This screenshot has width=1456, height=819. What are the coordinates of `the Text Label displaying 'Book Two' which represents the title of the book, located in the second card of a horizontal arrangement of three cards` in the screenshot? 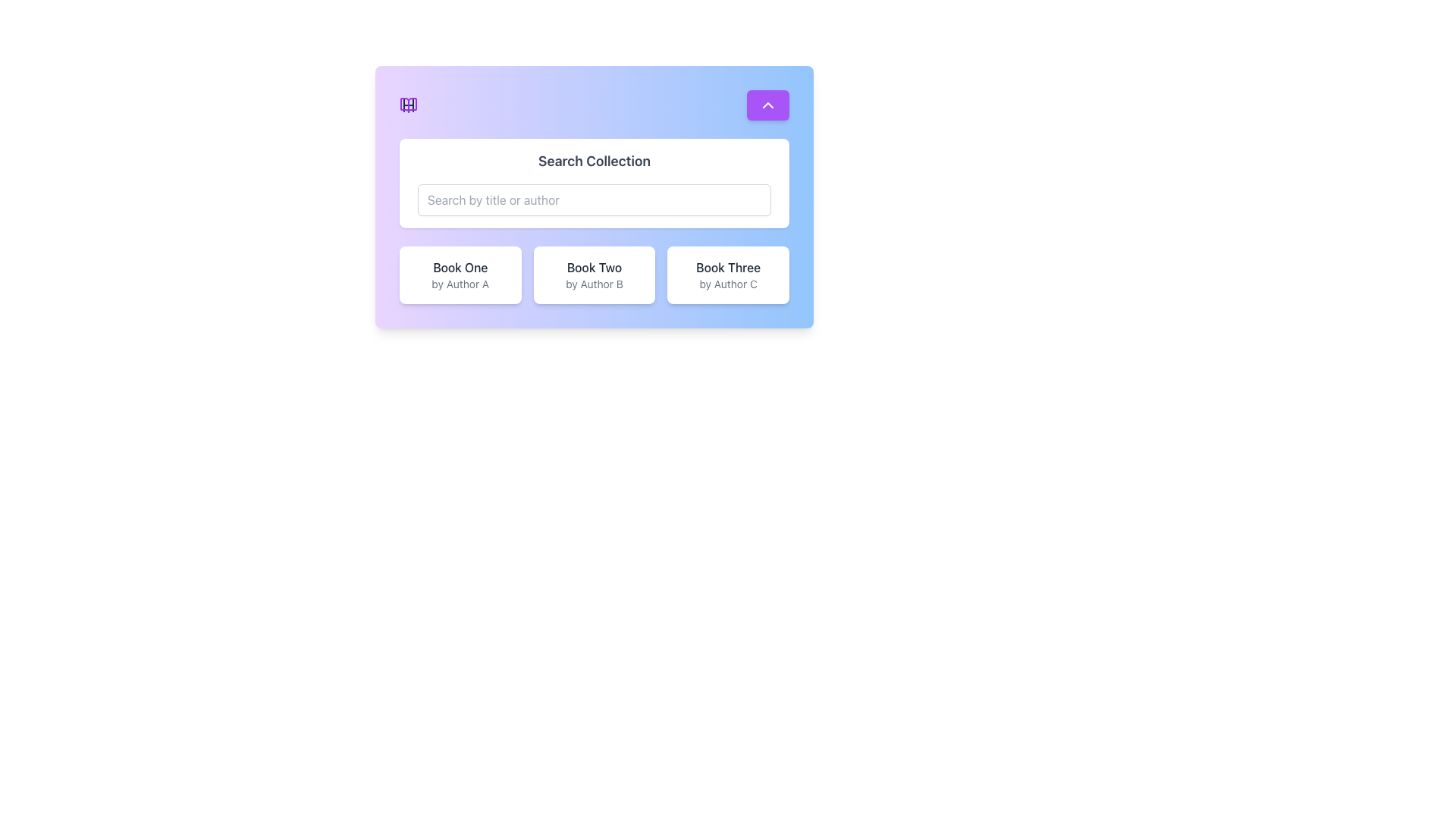 It's located at (593, 267).